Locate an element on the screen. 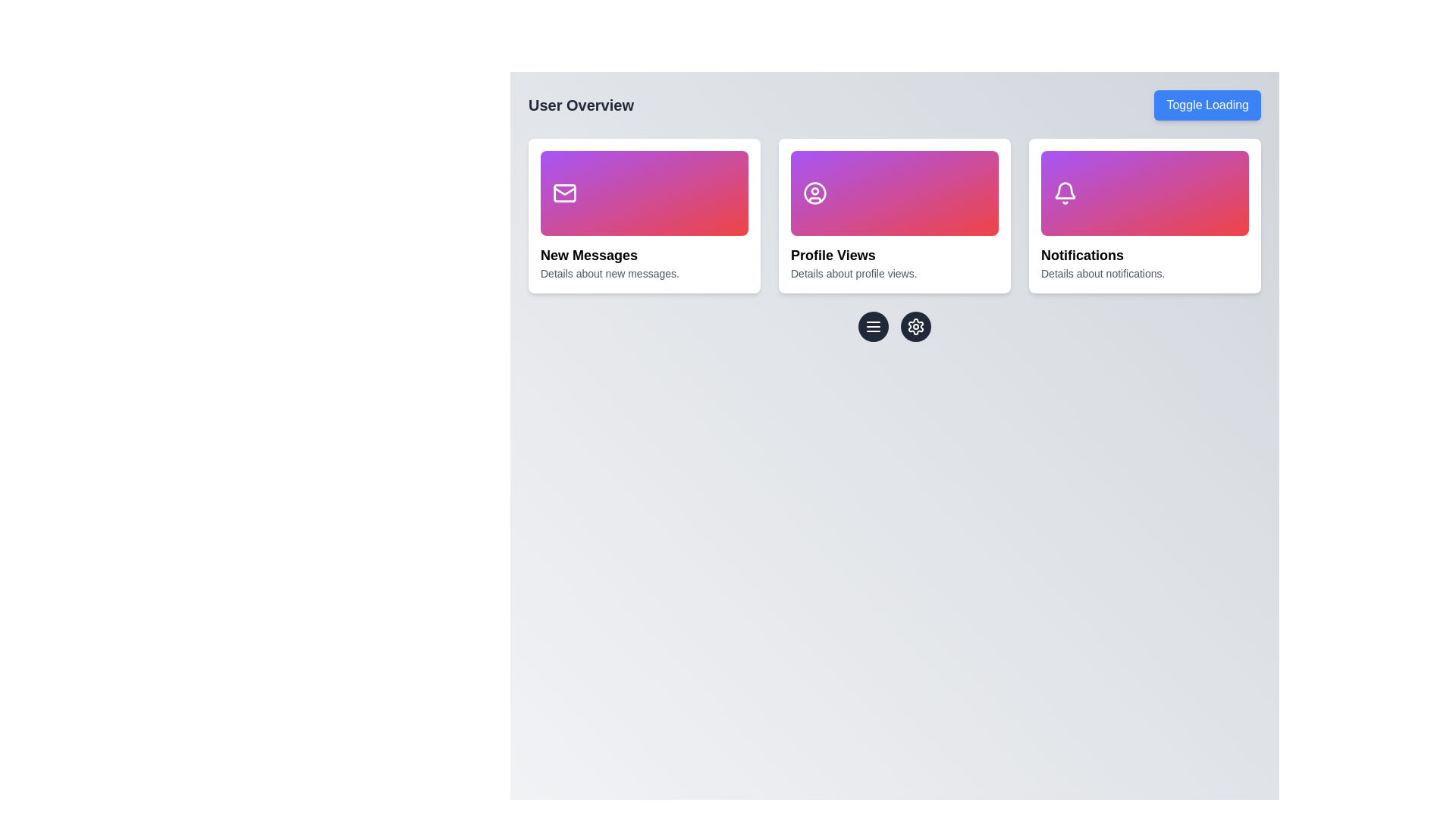  the left button of the horizontal toolbar located beneath the 'New Messages,' 'Profile Views,' and 'Notifications' sections is located at coordinates (895, 326).